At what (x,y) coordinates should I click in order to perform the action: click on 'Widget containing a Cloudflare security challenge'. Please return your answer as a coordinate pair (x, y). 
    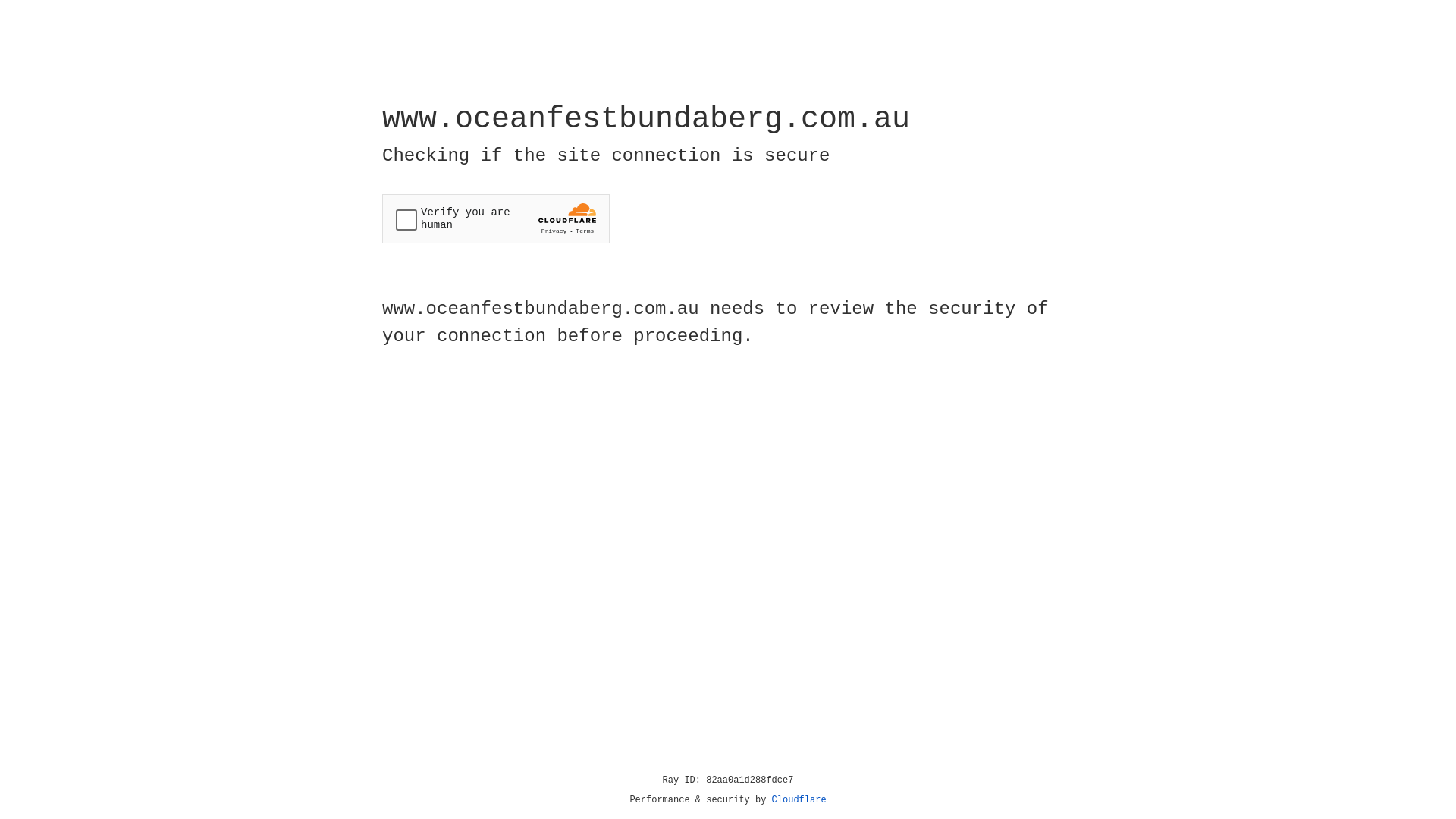
    Looking at the image, I should click on (495, 218).